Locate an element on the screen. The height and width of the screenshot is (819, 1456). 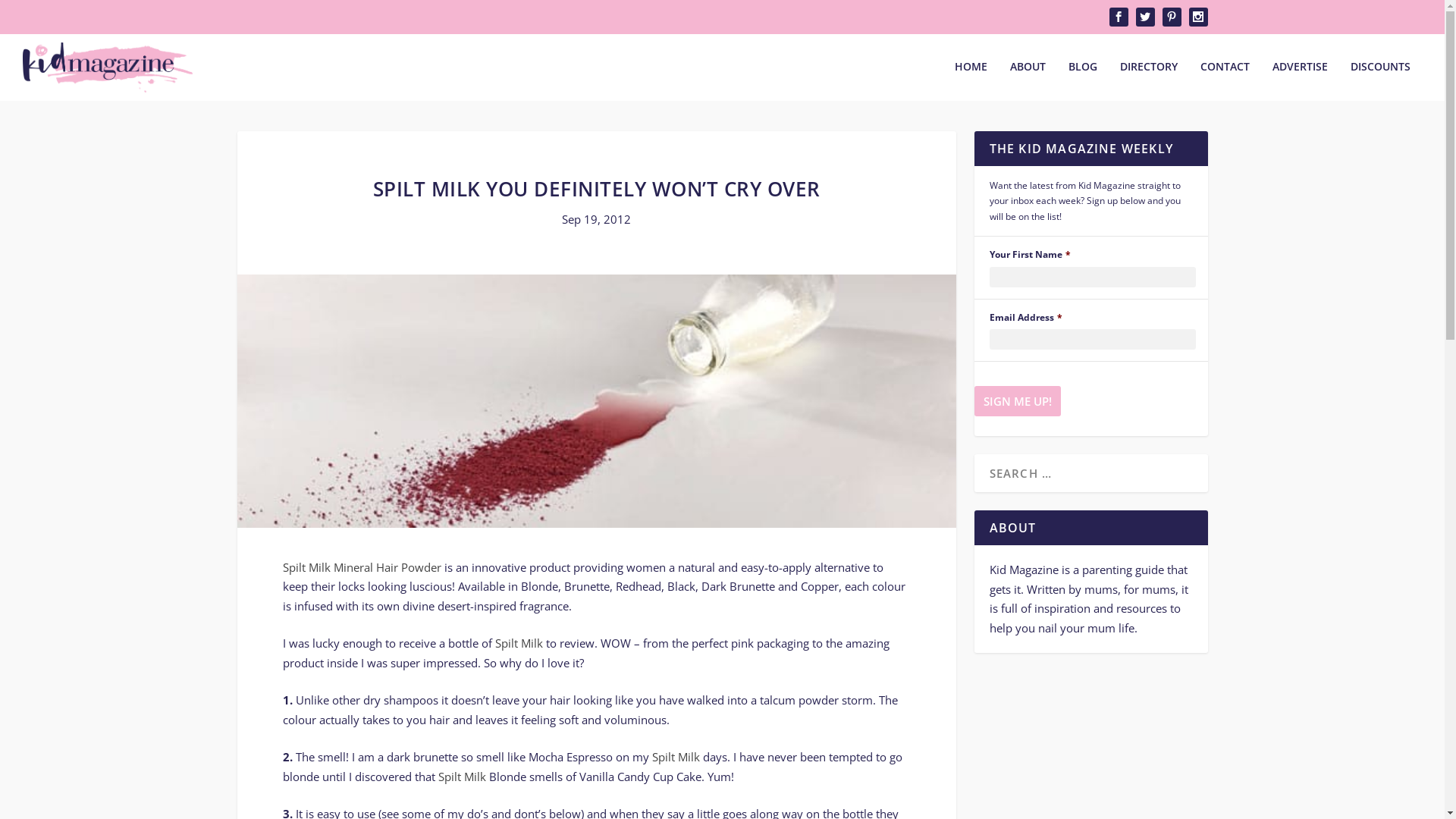
'HOME' is located at coordinates (953, 80).